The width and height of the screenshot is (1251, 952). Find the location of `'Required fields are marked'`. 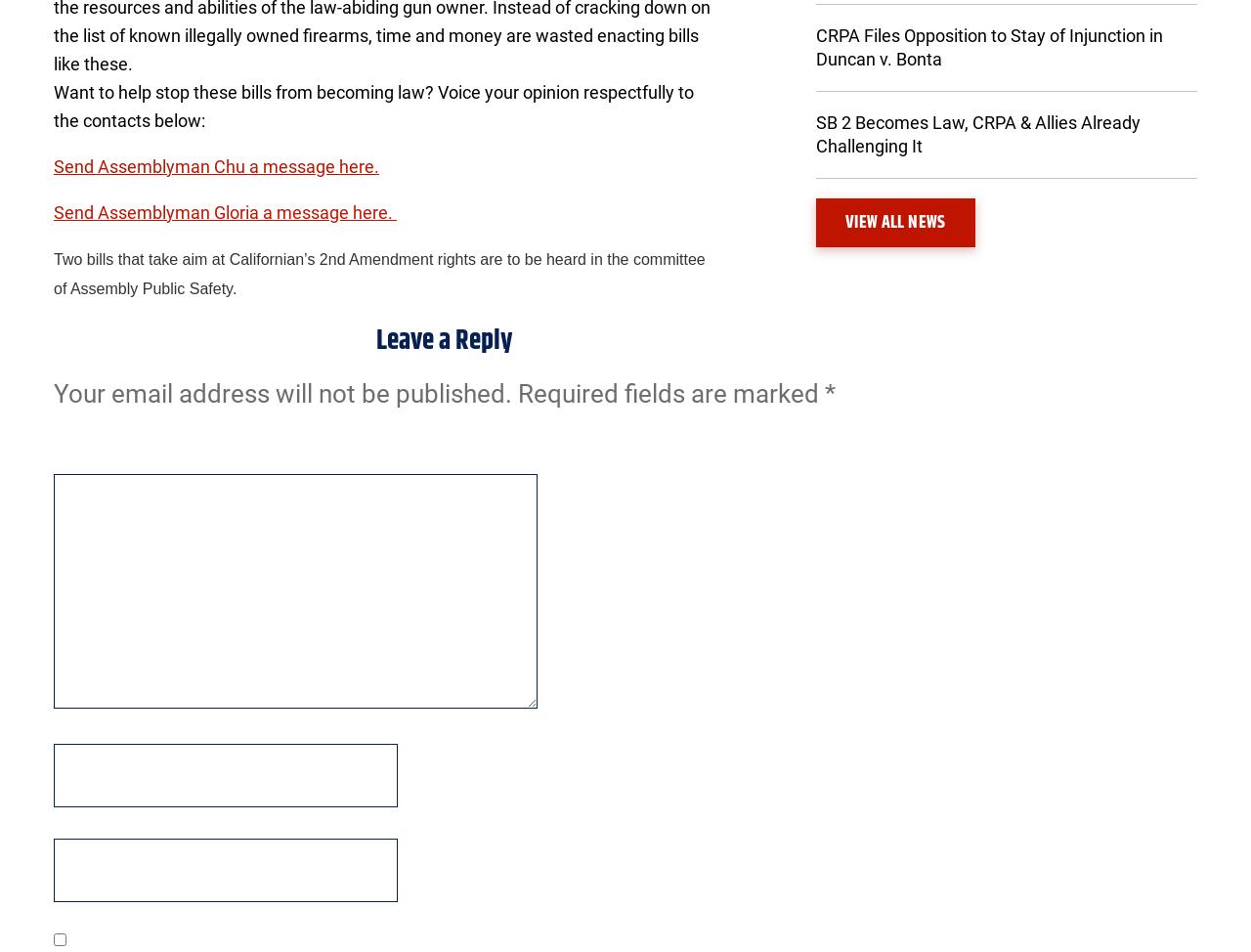

'Required fields are marked' is located at coordinates (670, 392).